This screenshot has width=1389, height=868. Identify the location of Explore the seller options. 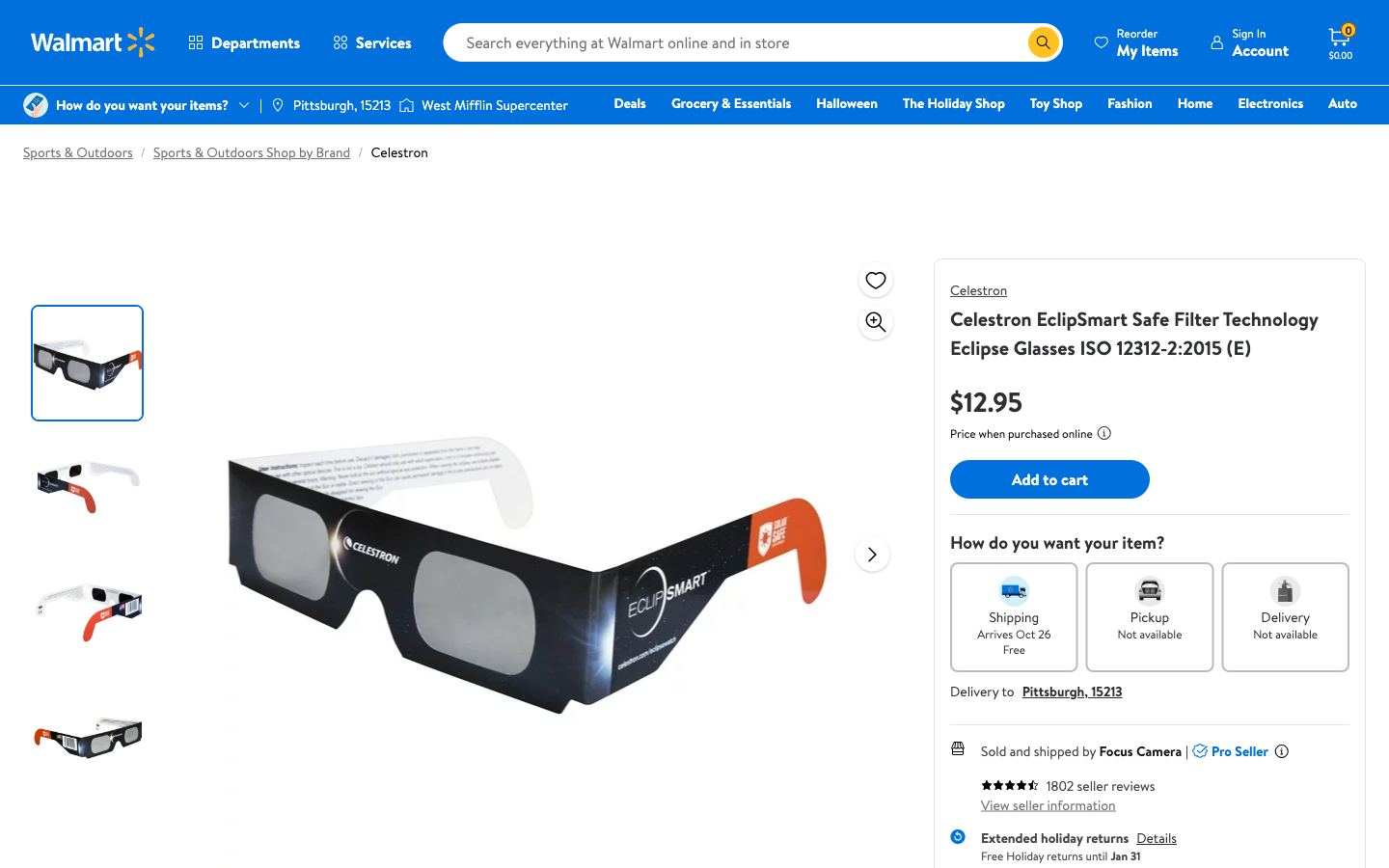
(1048, 804).